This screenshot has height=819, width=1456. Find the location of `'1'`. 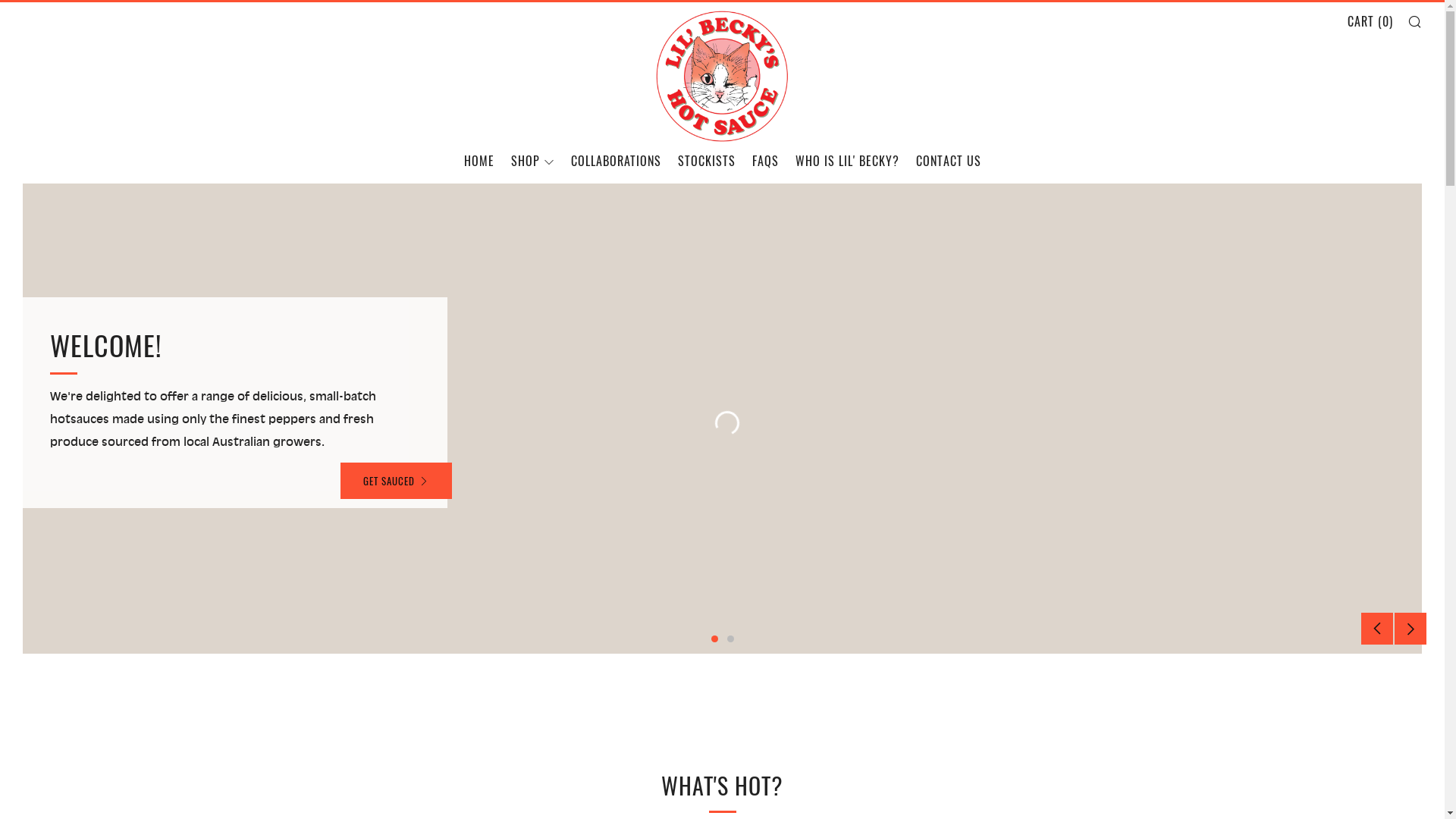

'1' is located at coordinates (710, 639).